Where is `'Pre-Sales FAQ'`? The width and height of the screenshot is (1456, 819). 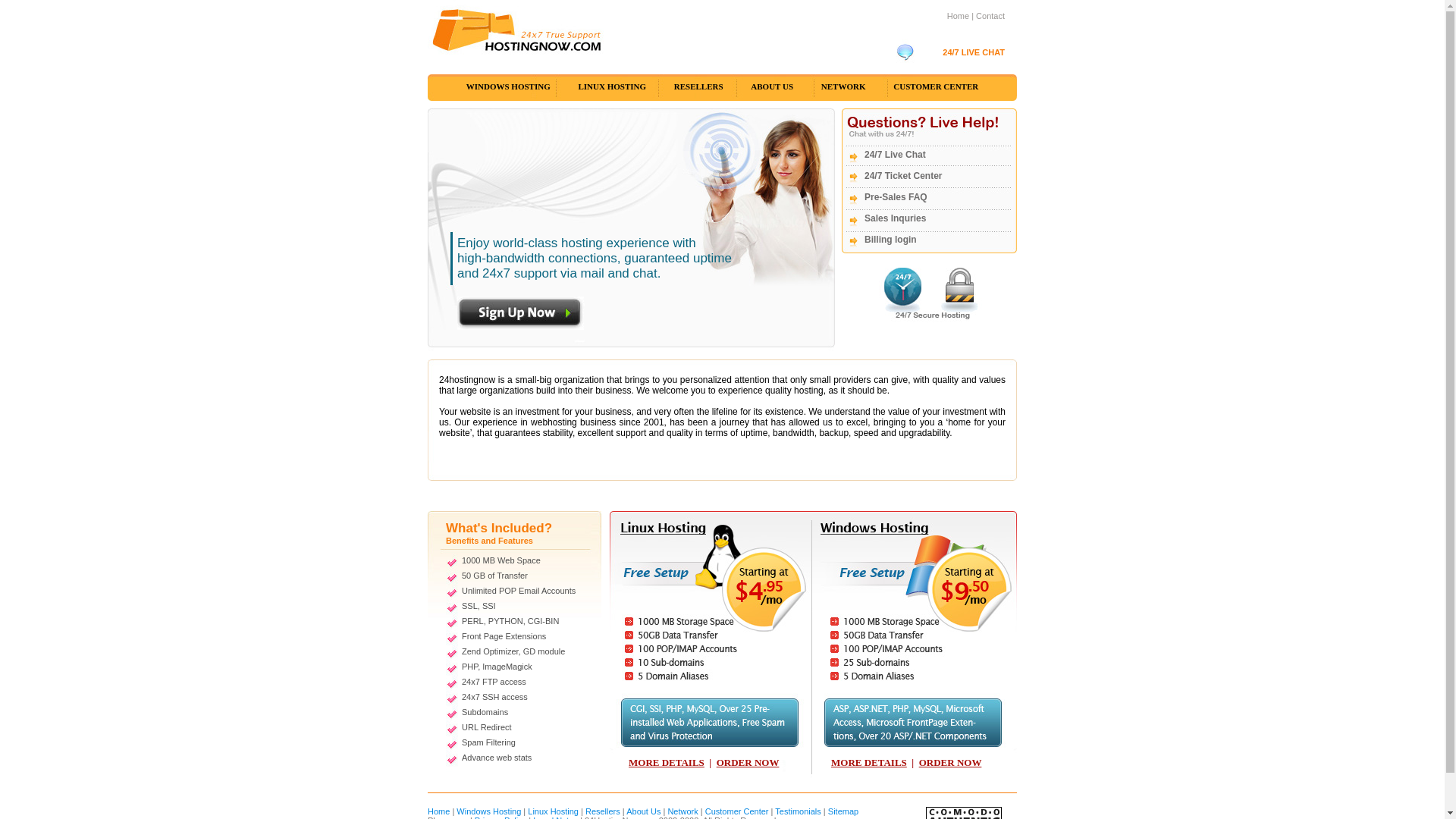
'Pre-Sales FAQ' is located at coordinates (896, 196).